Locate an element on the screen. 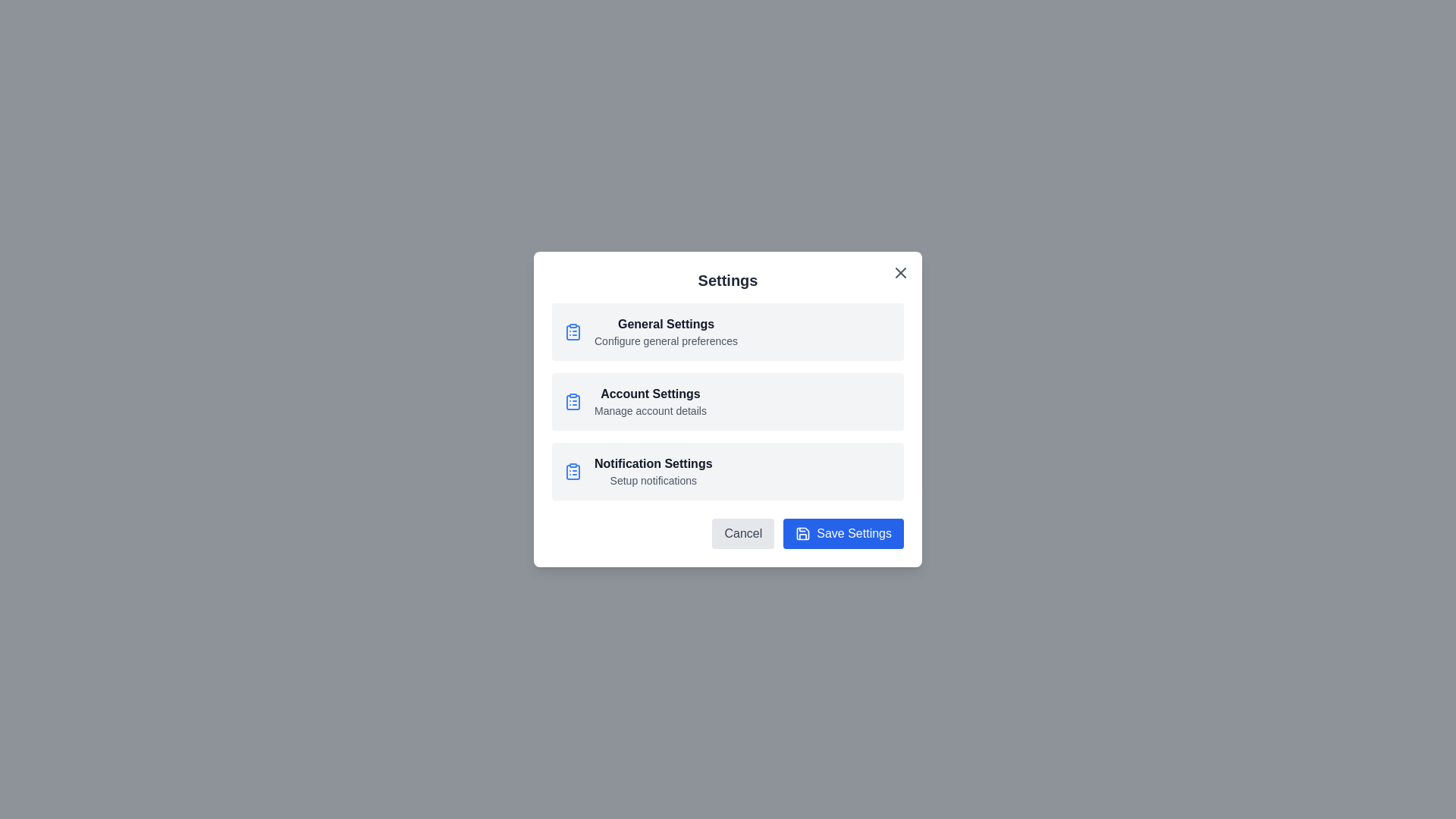 Image resolution: width=1456 pixels, height=819 pixels. the 'Notification Settings' text label, which is bold and dark gray, located in the settings modal below 'Account Settings' and above 'Setup notifications' is located at coordinates (653, 463).